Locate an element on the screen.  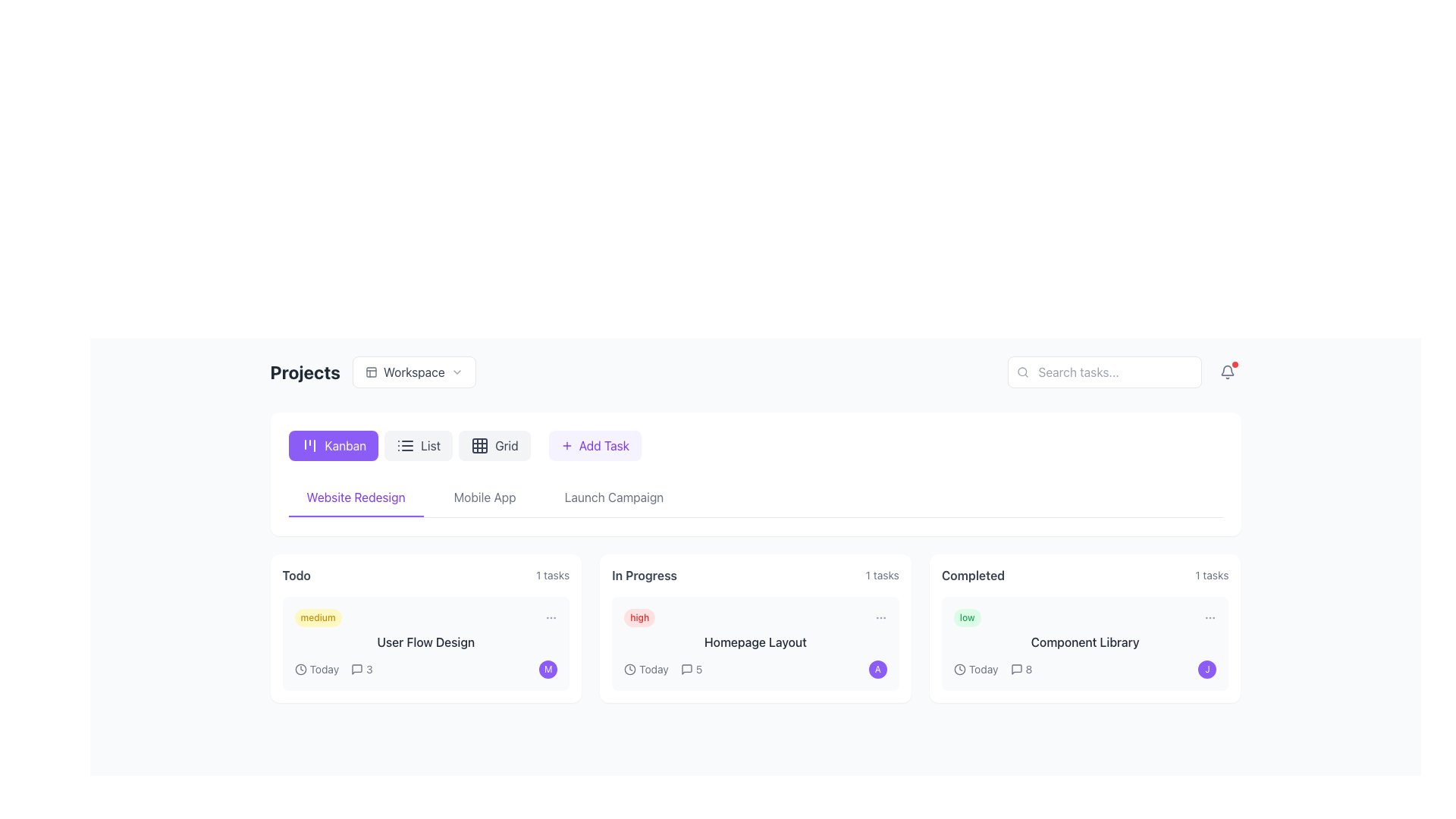
the decorative icon representing the 'Workspace' section, located to the left of the 'Workspace' text in the upper-left section of the interface is located at coordinates (371, 372).